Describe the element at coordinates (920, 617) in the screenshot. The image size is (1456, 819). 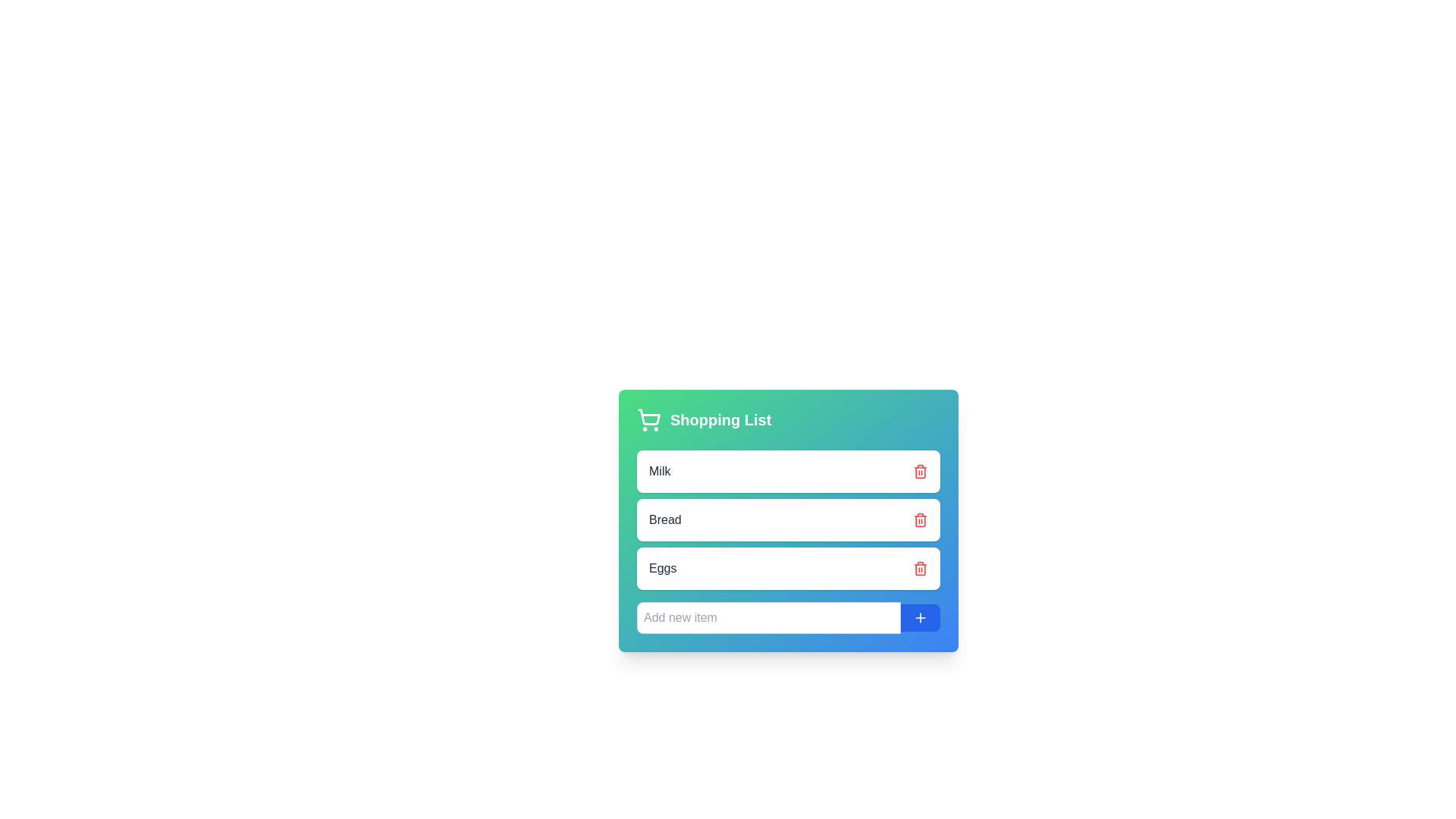
I see `the add icon located within the blue button adjacent to the right of the 'Add new item' text input field` at that location.